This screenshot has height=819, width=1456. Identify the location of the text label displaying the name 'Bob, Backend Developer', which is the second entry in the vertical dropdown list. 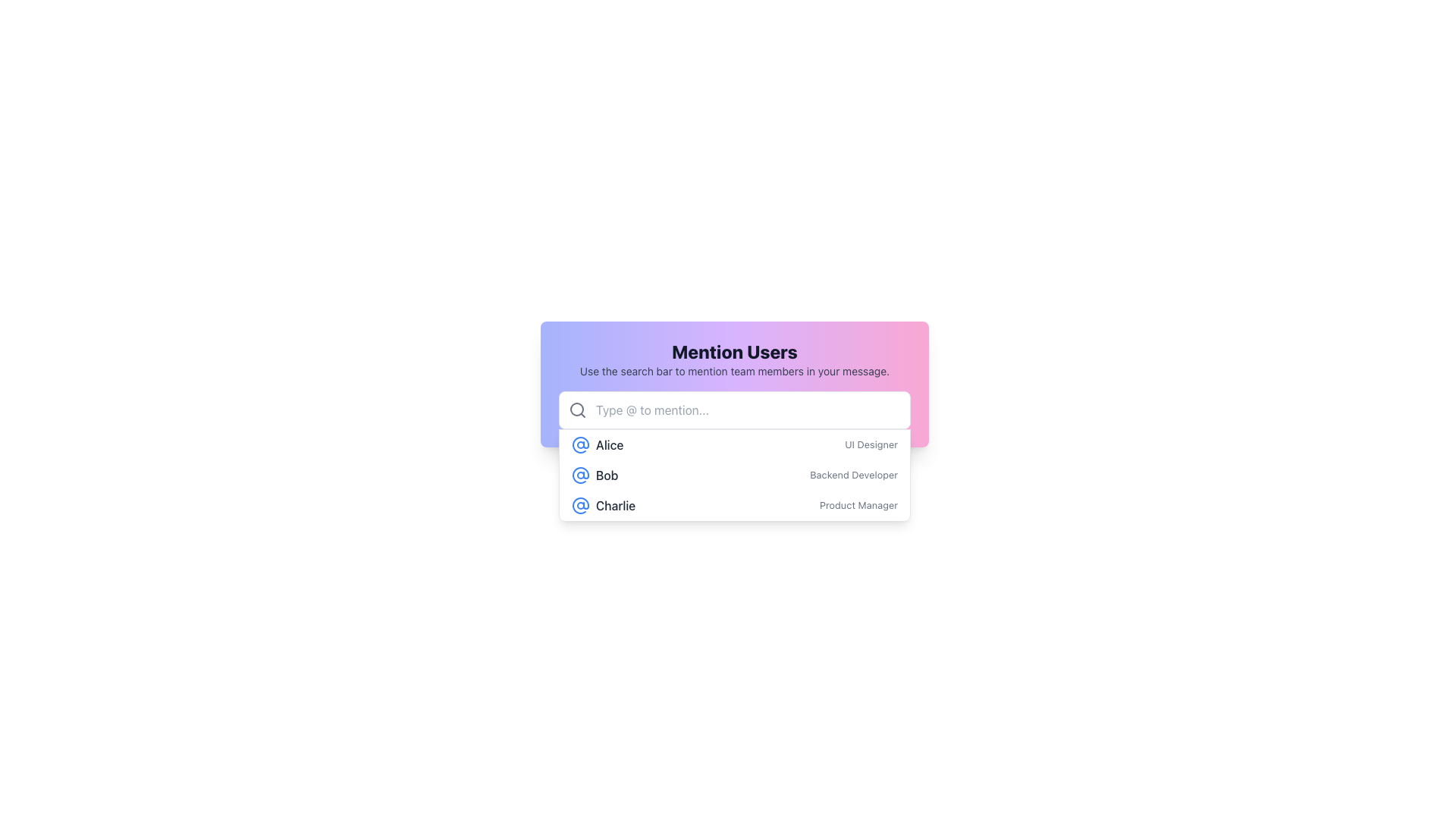
(594, 475).